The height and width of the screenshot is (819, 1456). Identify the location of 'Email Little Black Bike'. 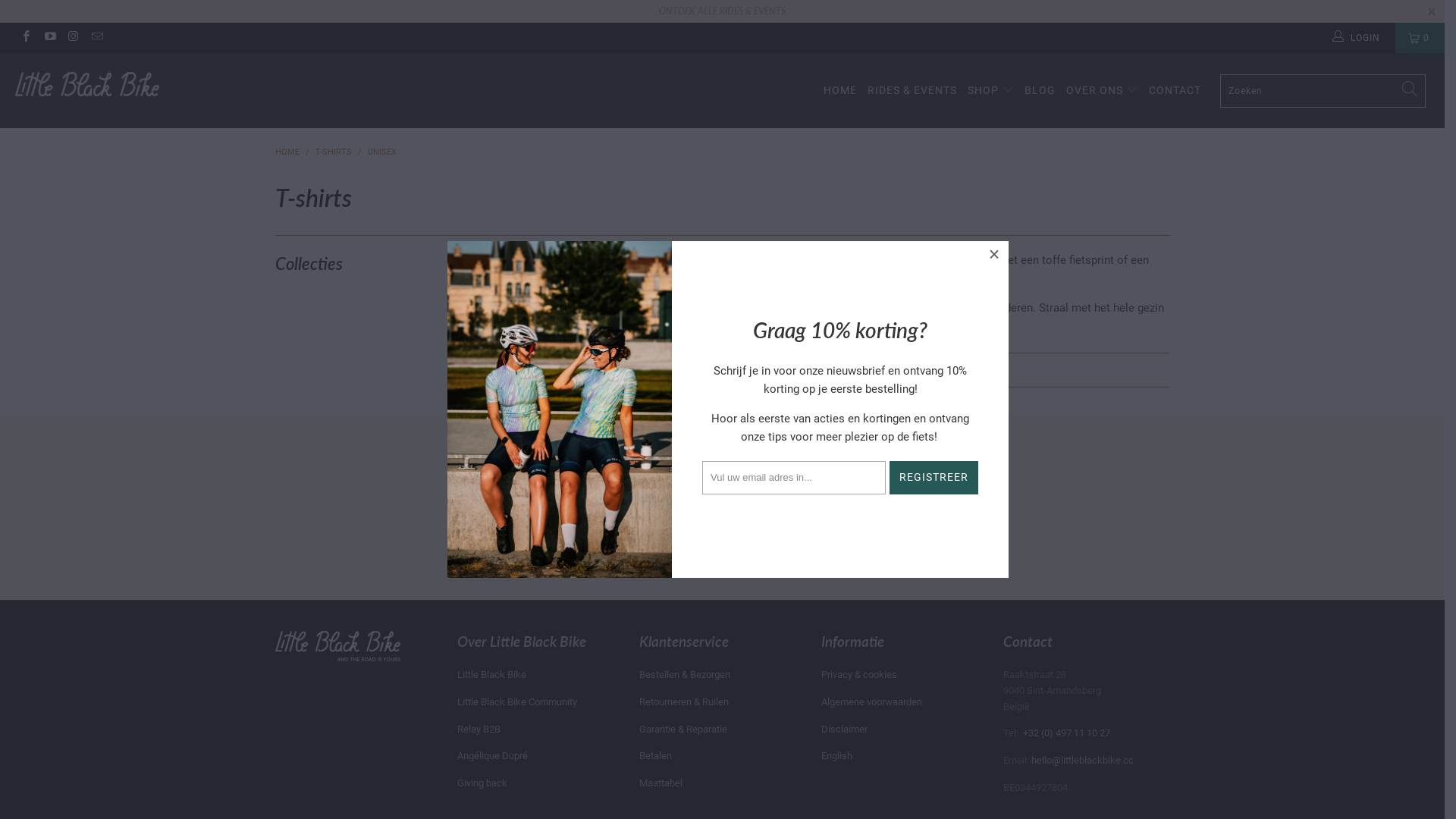
(89, 37).